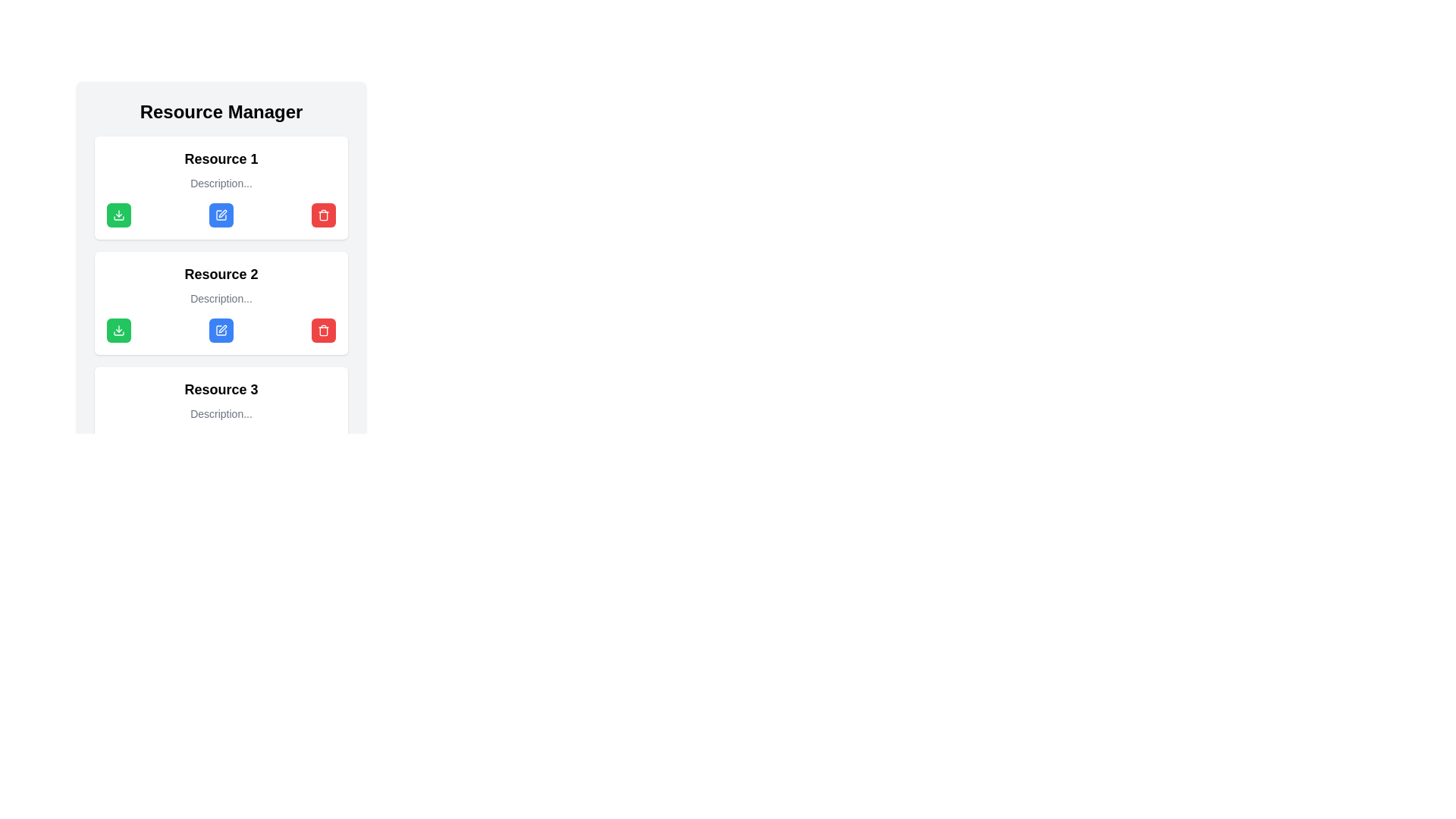 The image size is (1456, 819). What do you see at coordinates (118, 329) in the screenshot?
I see `the first button in the control row for 'Resource 2'` at bounding box center [118, 329].